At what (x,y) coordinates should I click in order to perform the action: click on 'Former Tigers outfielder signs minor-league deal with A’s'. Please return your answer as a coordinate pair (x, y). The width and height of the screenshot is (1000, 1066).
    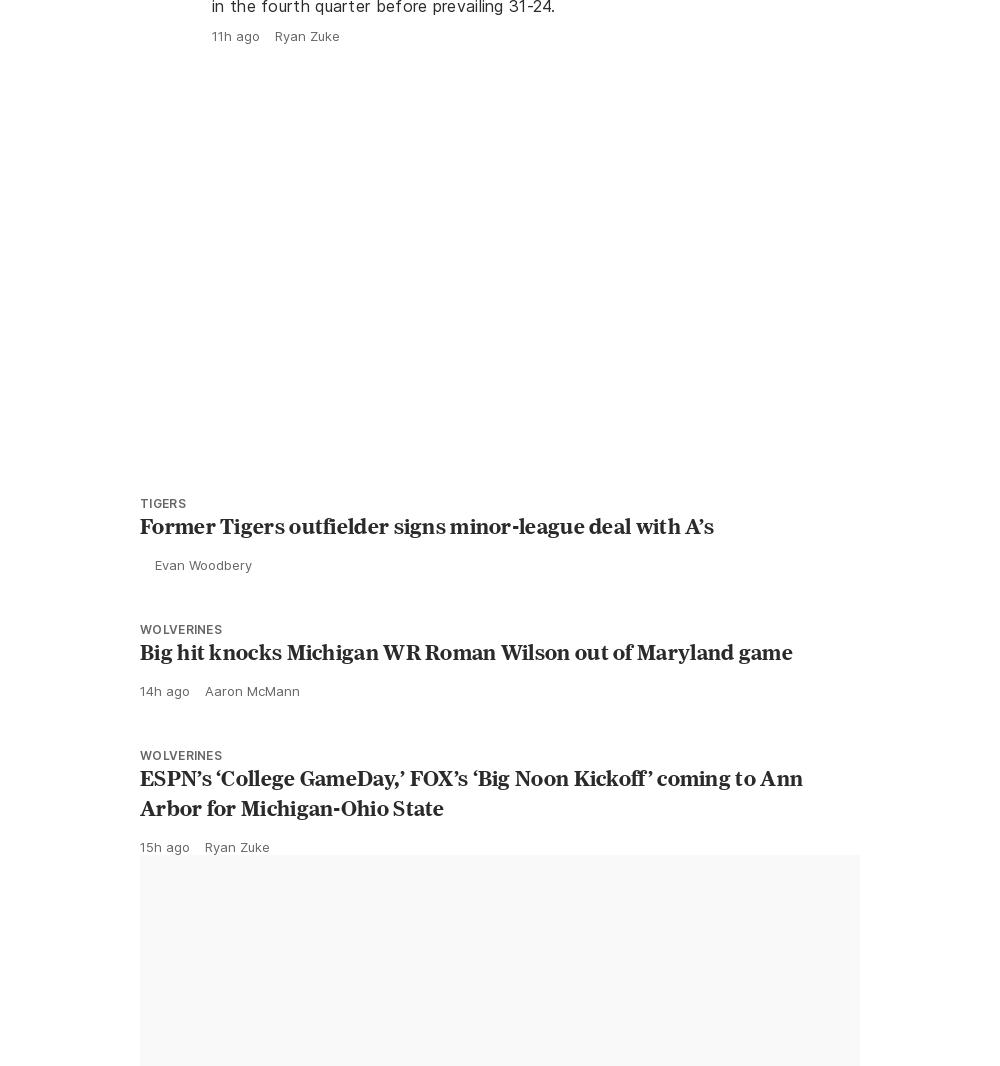
    Looking at the image, I should click on (427, 568).